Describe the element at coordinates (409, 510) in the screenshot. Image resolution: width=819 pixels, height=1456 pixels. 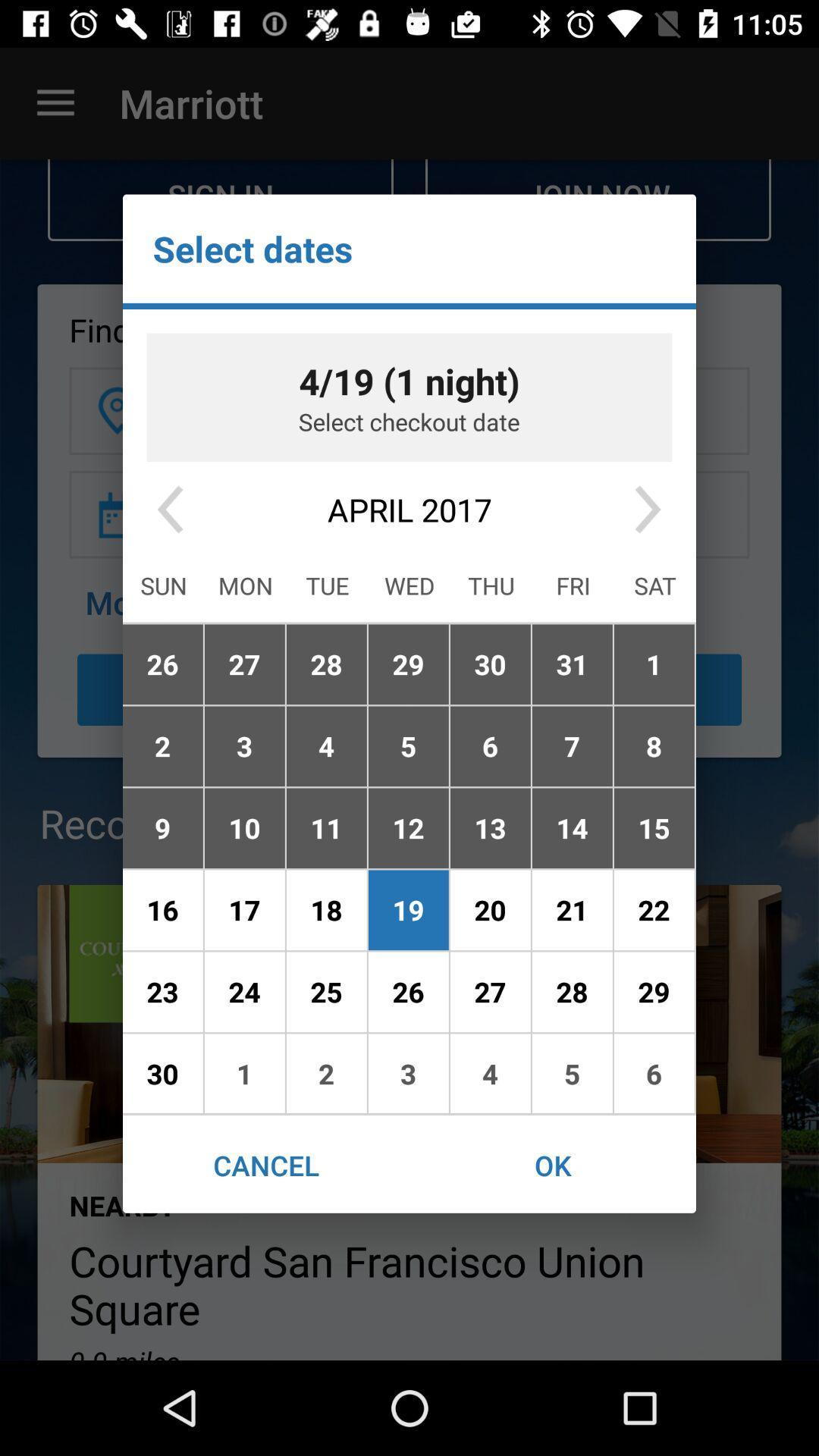
I see `april 2017 icon` at that location.